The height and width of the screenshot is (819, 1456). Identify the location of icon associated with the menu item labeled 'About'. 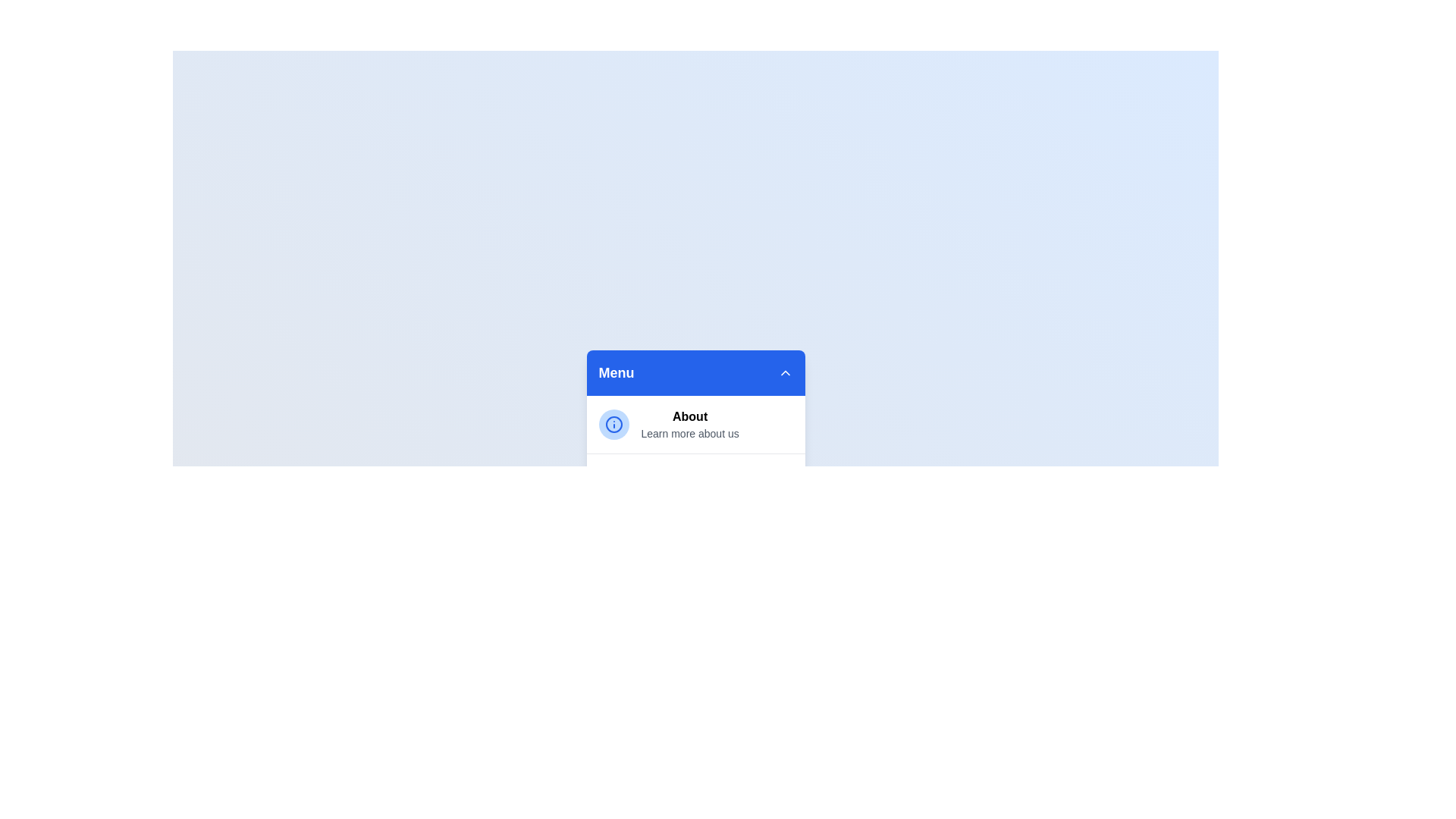
(613, 424).